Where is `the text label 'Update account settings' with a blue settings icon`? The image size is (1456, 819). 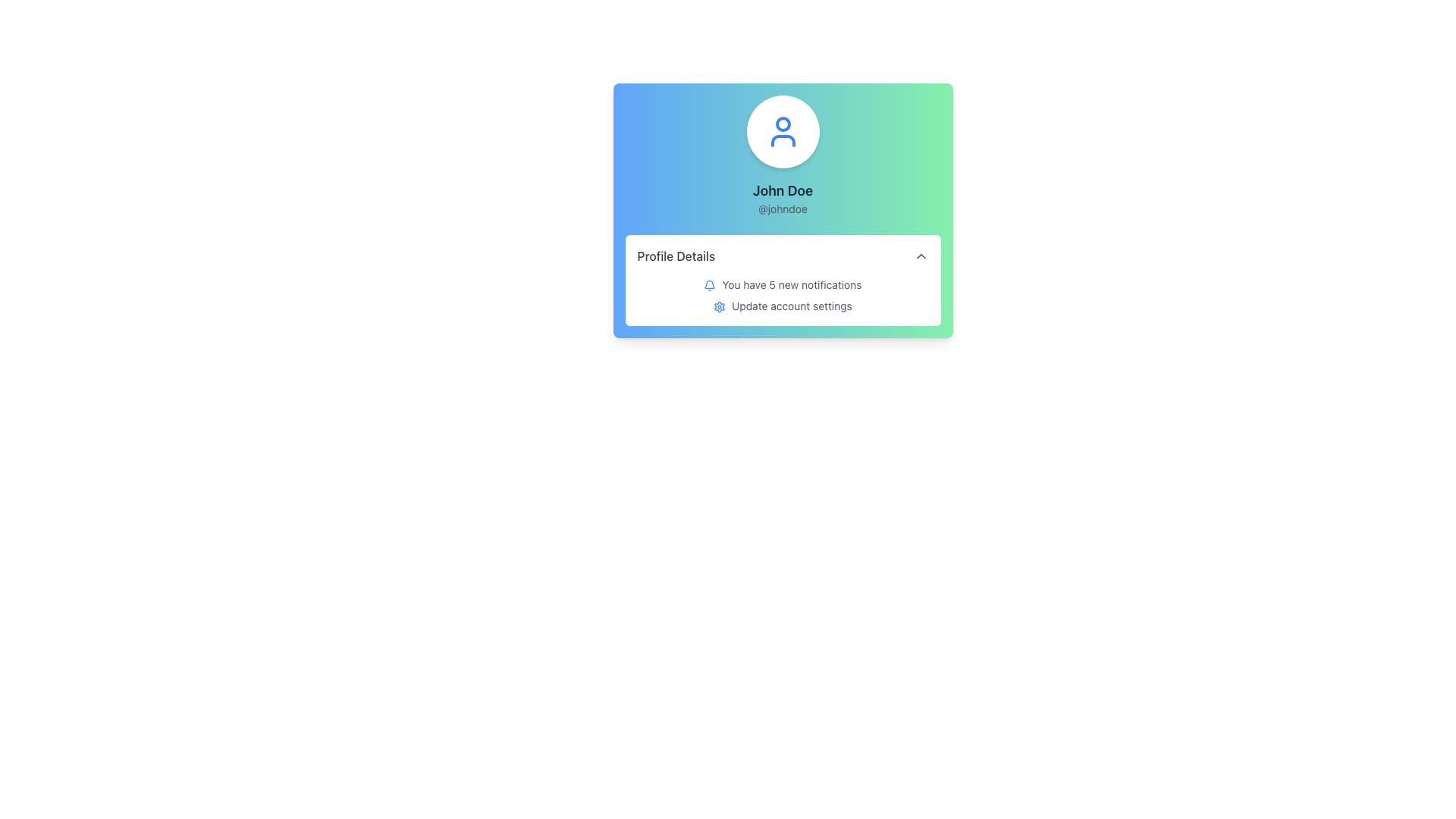
the text label 'Update account settings' with a blue settings icon is located at coordinates (783, 306).